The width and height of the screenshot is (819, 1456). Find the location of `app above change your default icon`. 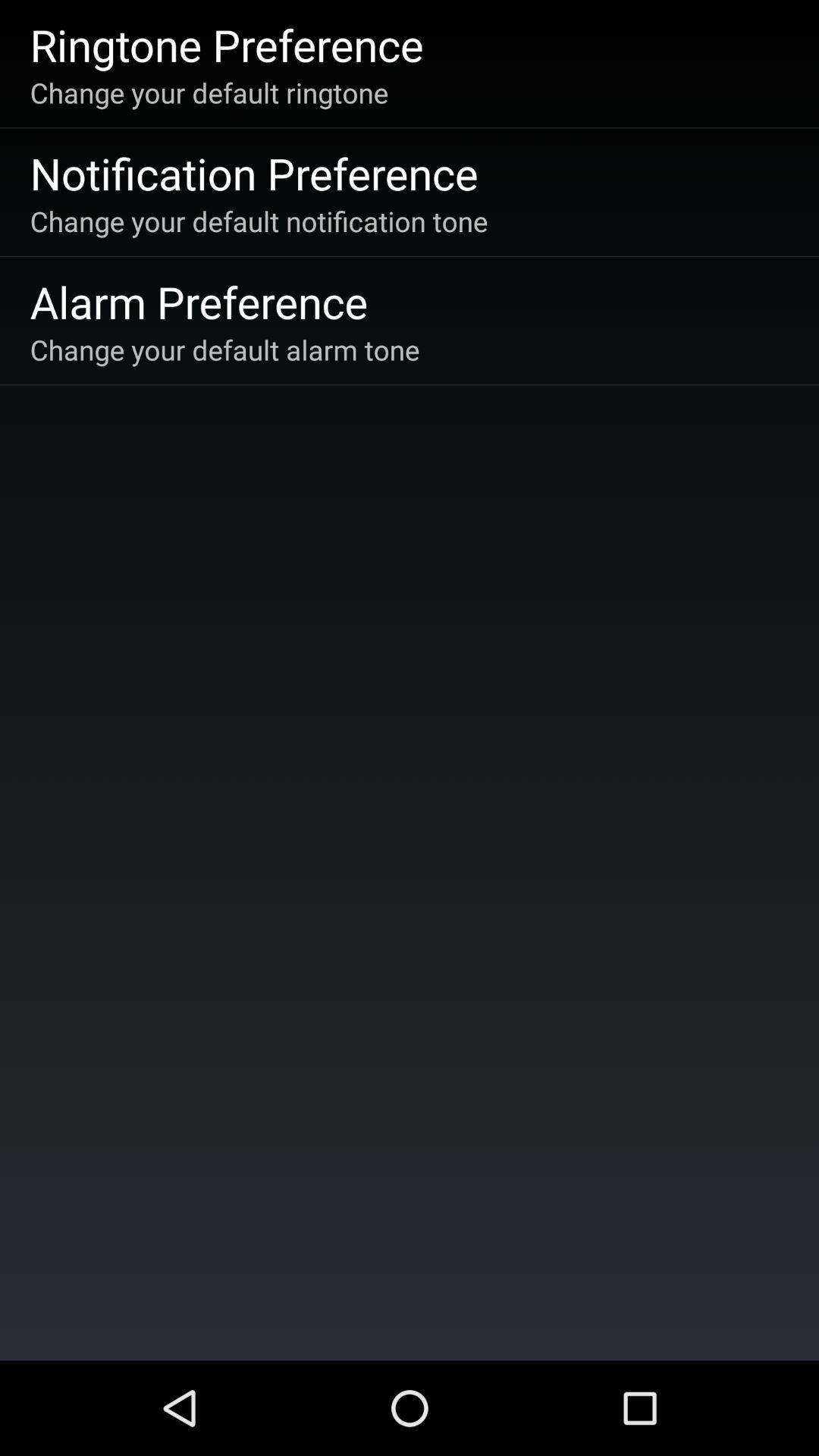

app above change your default icon is located at coordinates (227, 44).